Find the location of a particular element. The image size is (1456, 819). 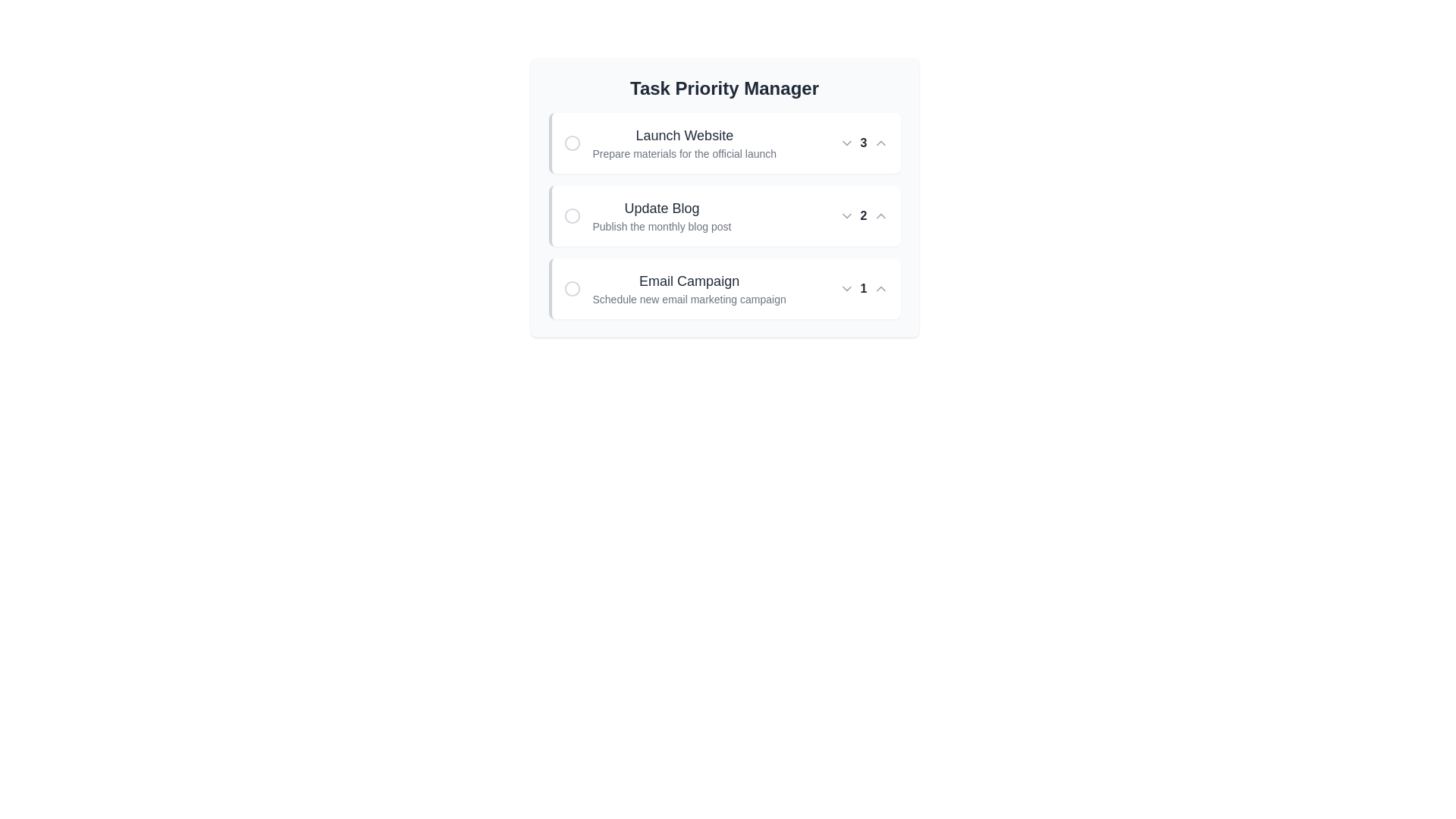

the interactive buttons in the second task entry of the 'Task Priority Manager' list to modify priorities is located at coordinates (723, 197).